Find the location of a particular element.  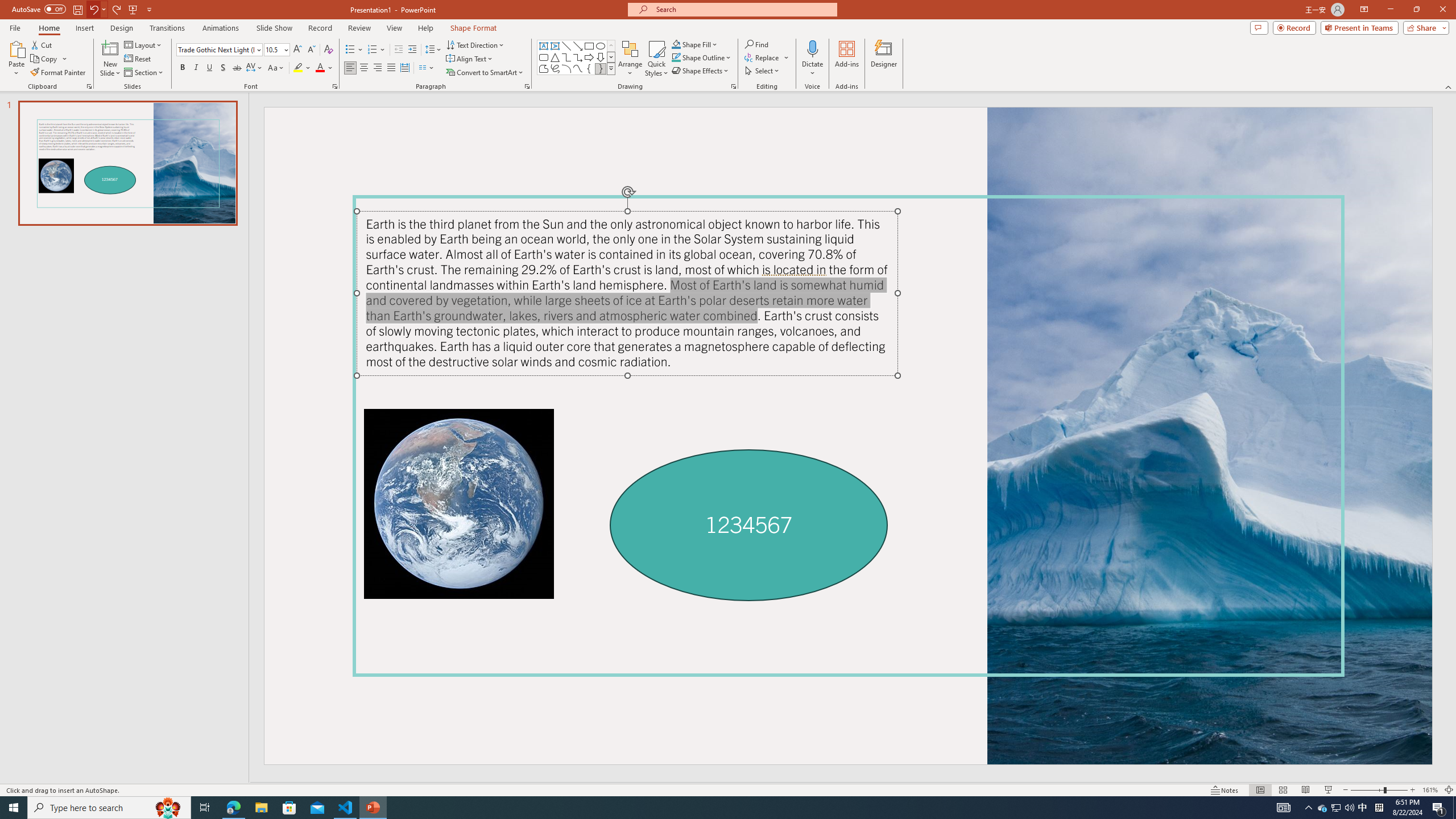

'Text Highlight Color' is located at coordinates (301, 67).